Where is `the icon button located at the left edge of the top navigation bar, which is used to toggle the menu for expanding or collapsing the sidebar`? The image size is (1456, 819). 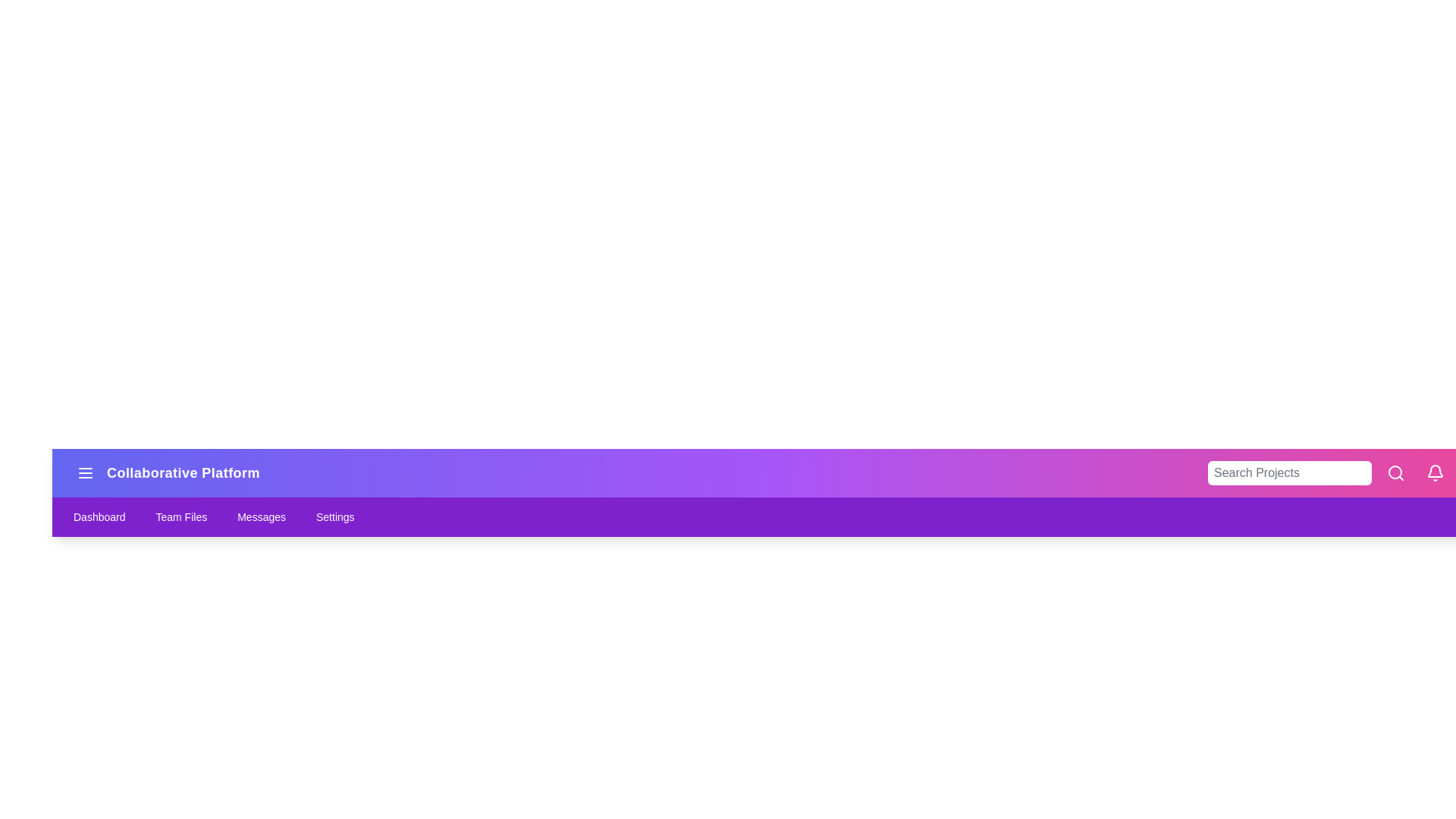
the icon button located at the left edge of the top navigation bar, which is used to toggle the menu for expanding or collapsing the sidebar is located at coordinates (85, 472).